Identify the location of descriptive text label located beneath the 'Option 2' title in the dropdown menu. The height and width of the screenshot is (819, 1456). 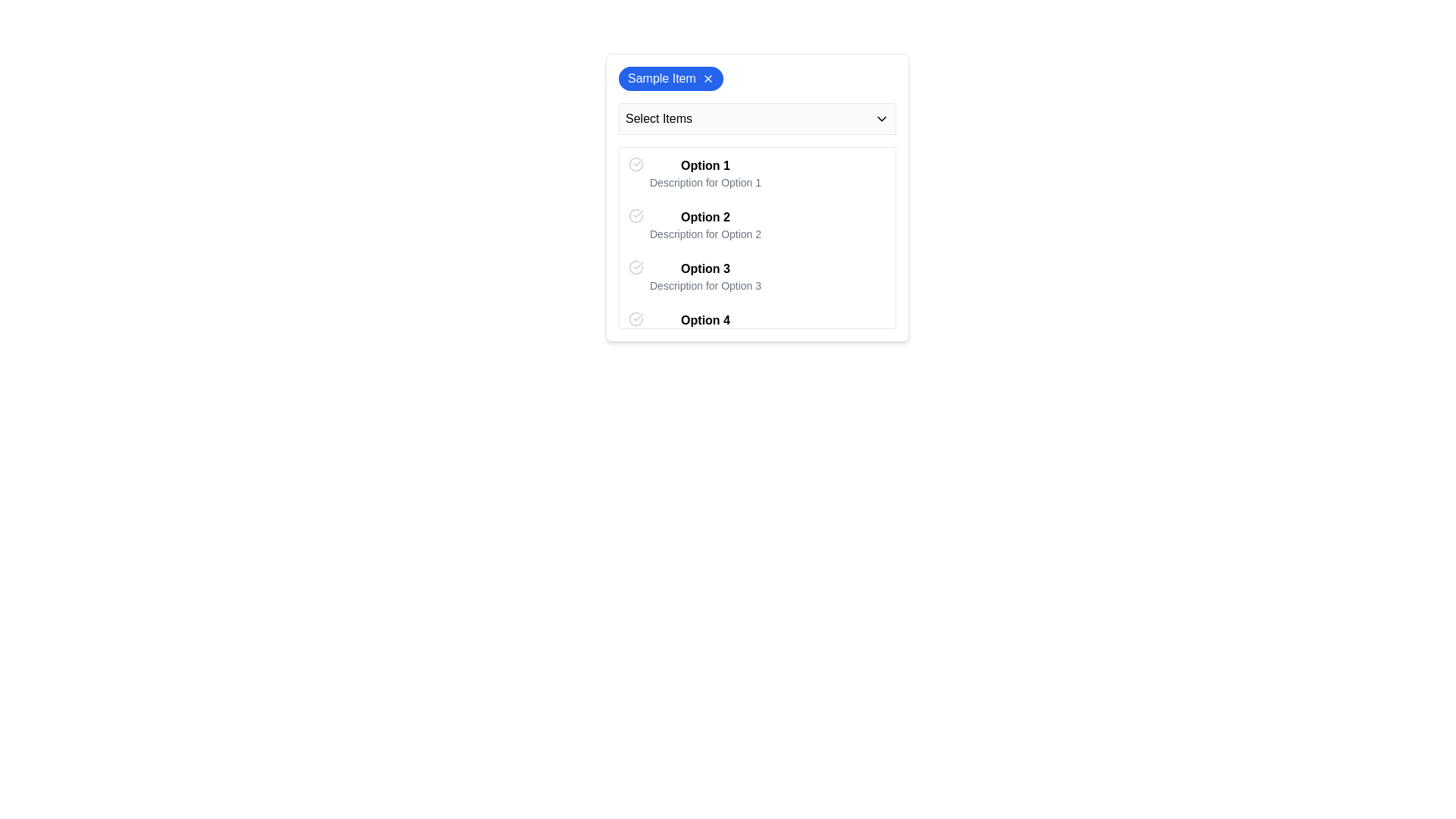
(704, 234).